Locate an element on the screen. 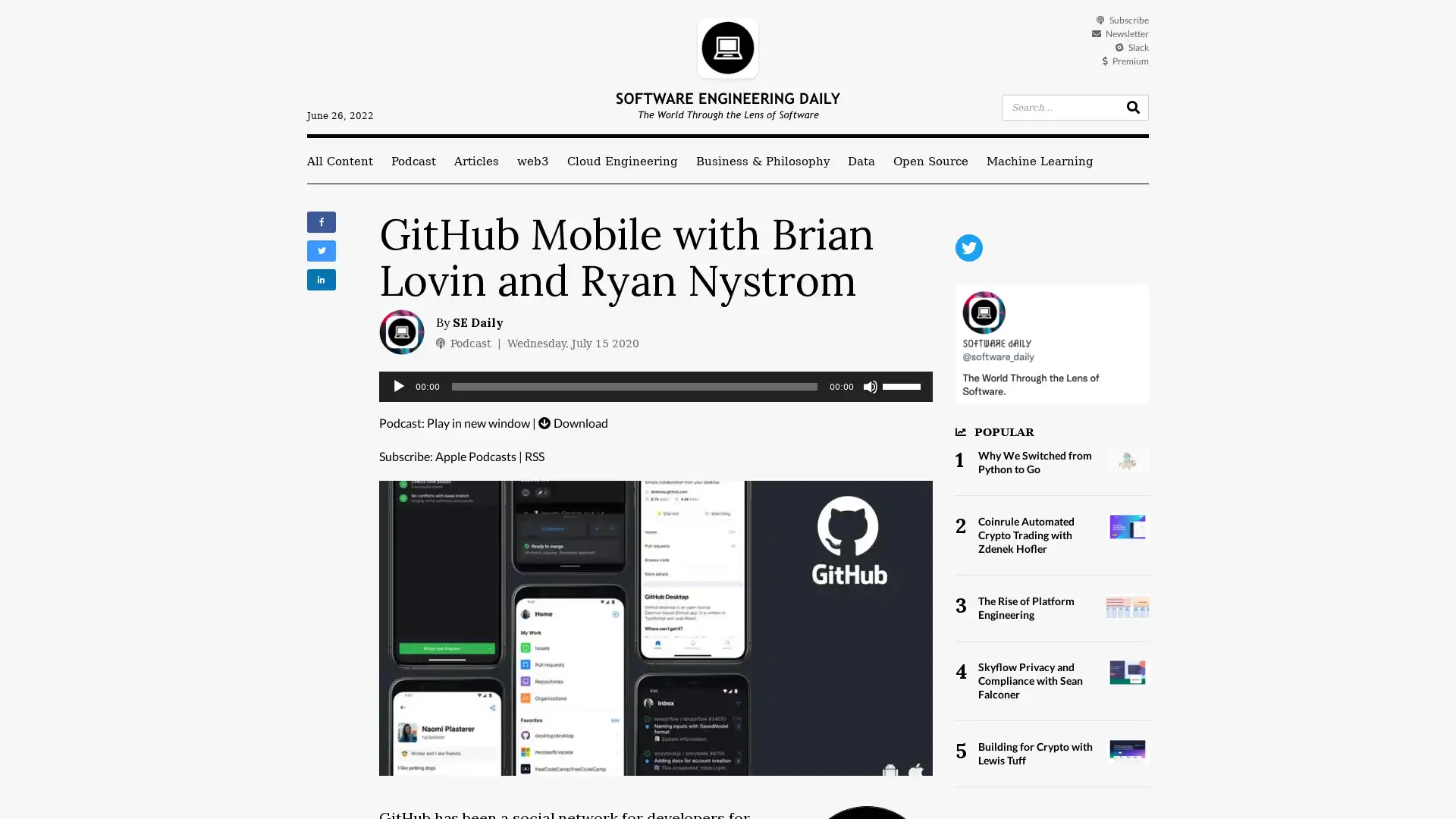 This screenshot has height=819, width=1456. Mute is located at coordinates (870, 385).